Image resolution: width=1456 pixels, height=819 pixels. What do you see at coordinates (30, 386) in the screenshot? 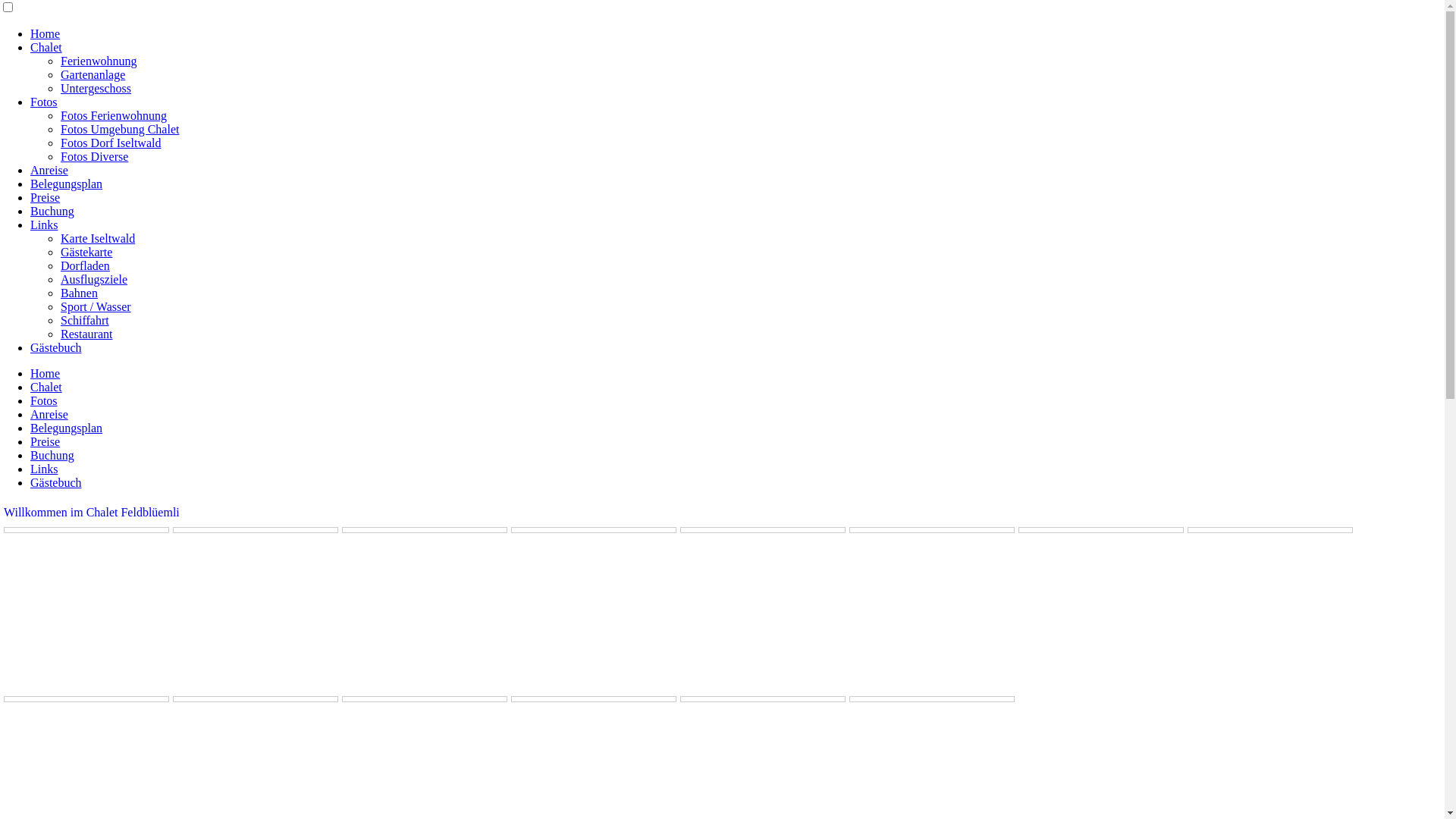
I see `'Chalet'` at bounding box center [30, 386].